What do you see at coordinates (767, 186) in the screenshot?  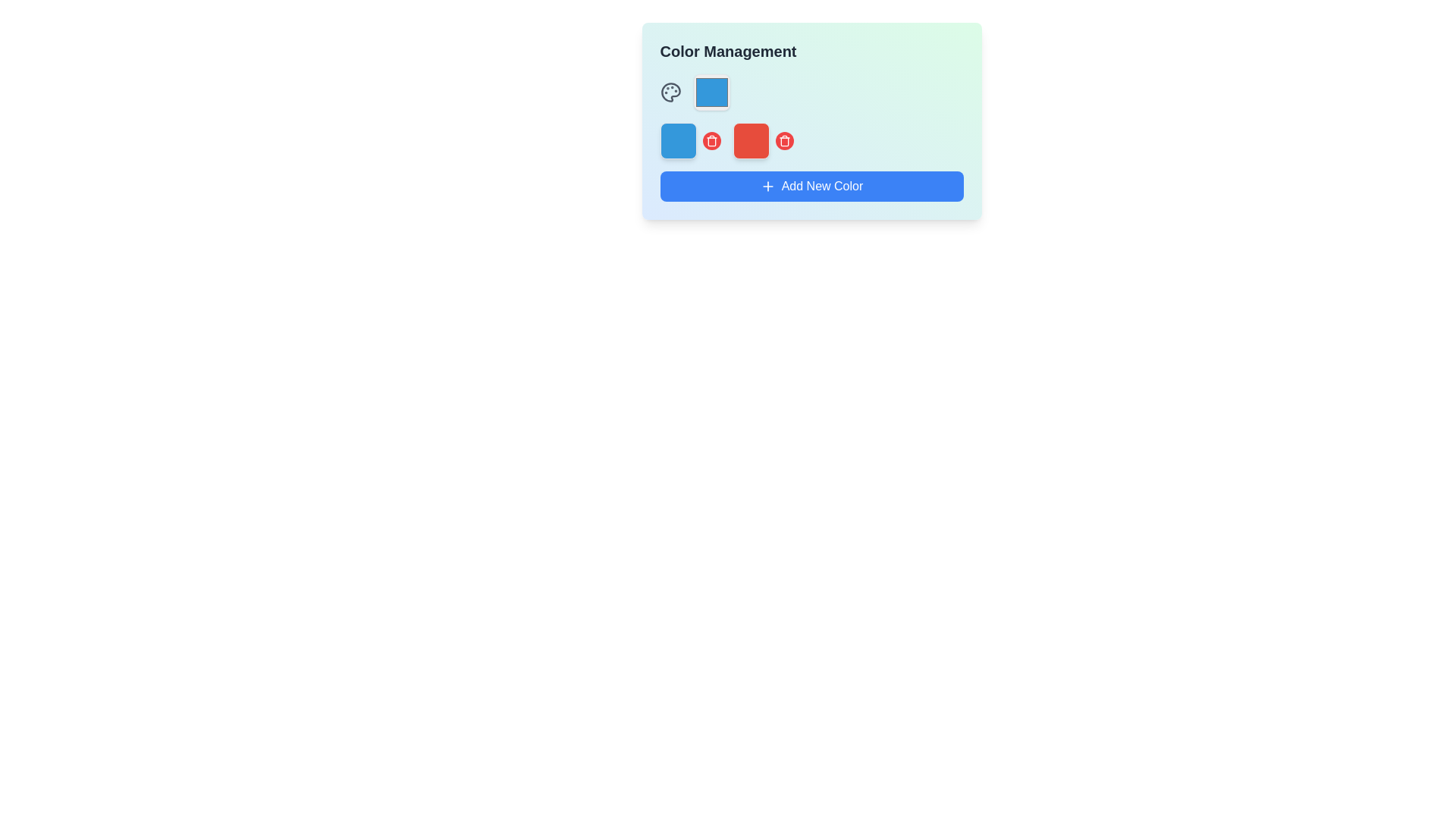 I see `the plus sign icon located to the left of the 'Add New Color' button` at bounding box center [767, 186].